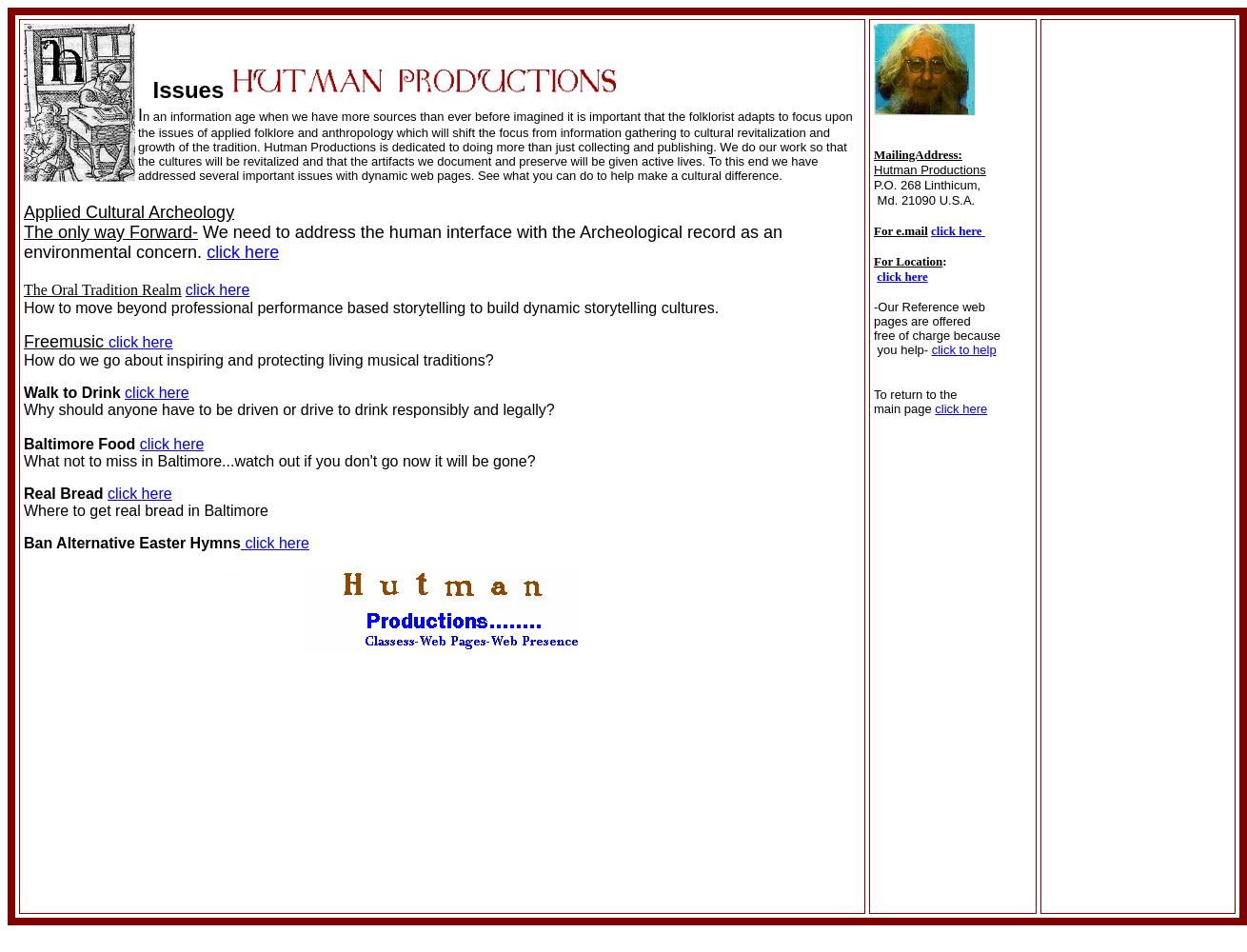 The height and width of the screenshot is (952, 1247). I want to click on 'How do we go about inspiring and protecting living 
      musical traditions?', so click(24, 360).